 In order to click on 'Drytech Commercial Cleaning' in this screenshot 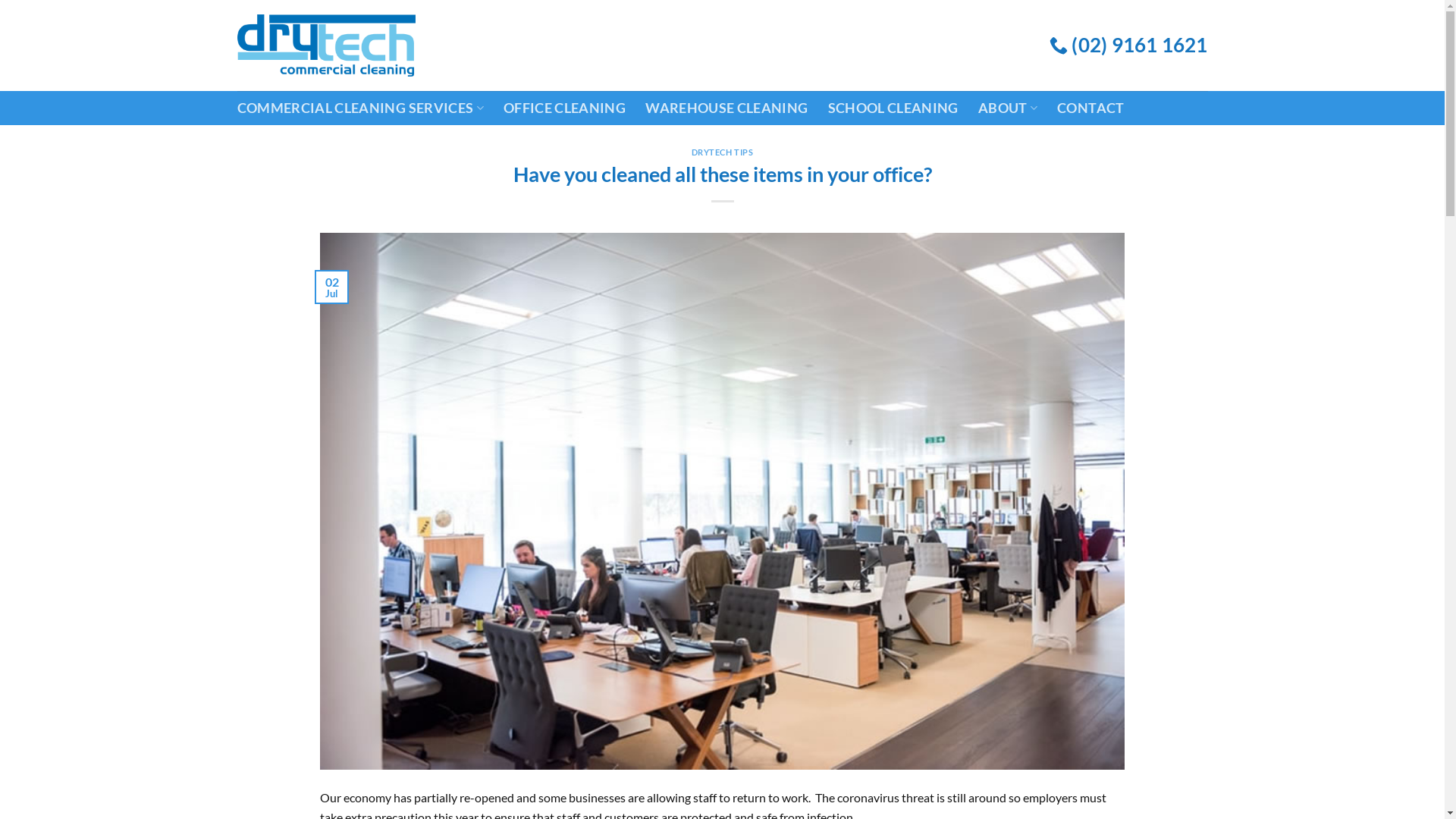, I will do `click(325, 45)`.